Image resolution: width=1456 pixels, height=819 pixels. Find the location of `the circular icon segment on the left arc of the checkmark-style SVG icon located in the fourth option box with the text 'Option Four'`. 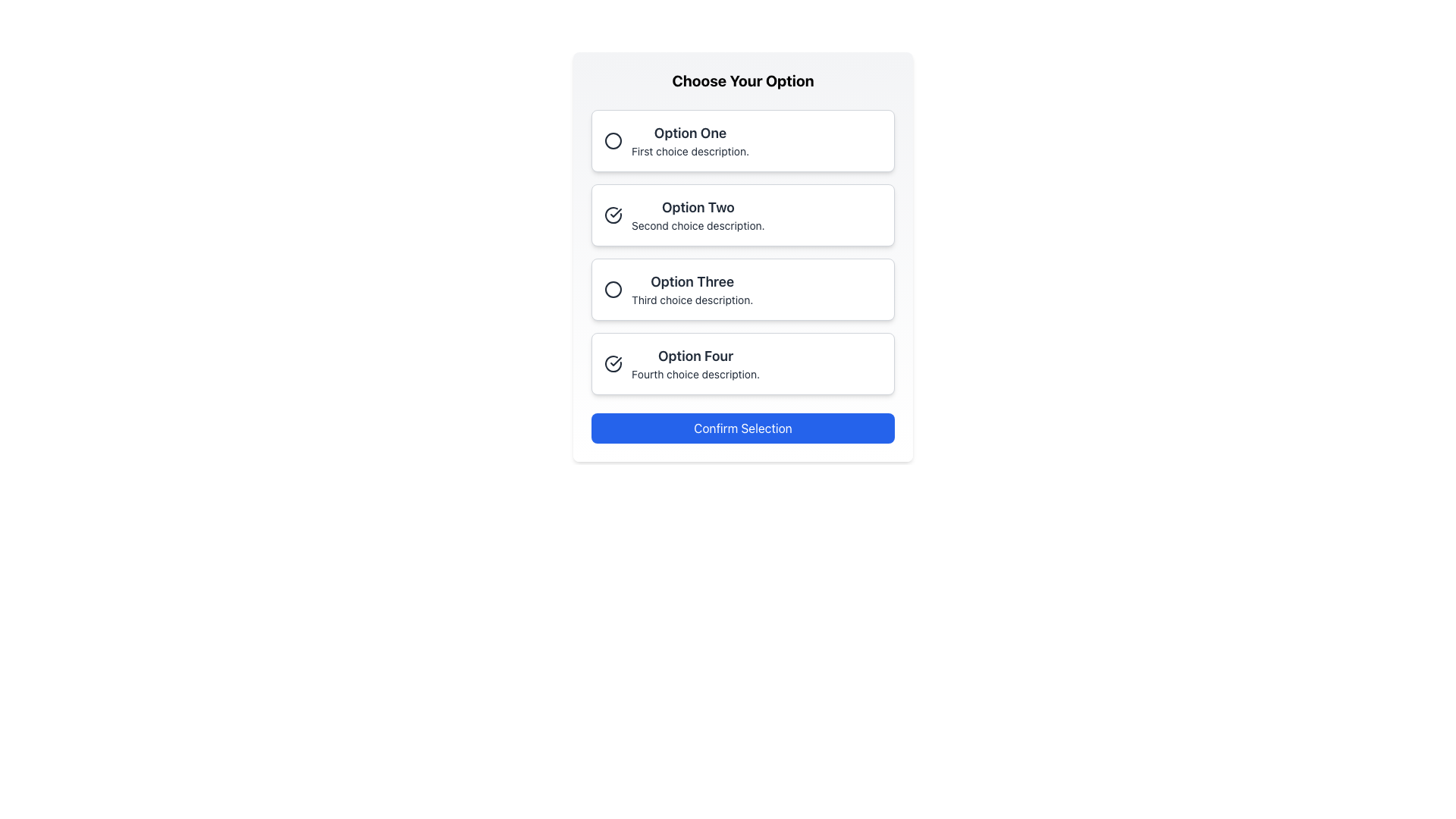

the circular icon segment on the left arc of the checkmark-style SVG icon located in the fourth option box with the text 'Option Four' is located at coordinates (613, 363).